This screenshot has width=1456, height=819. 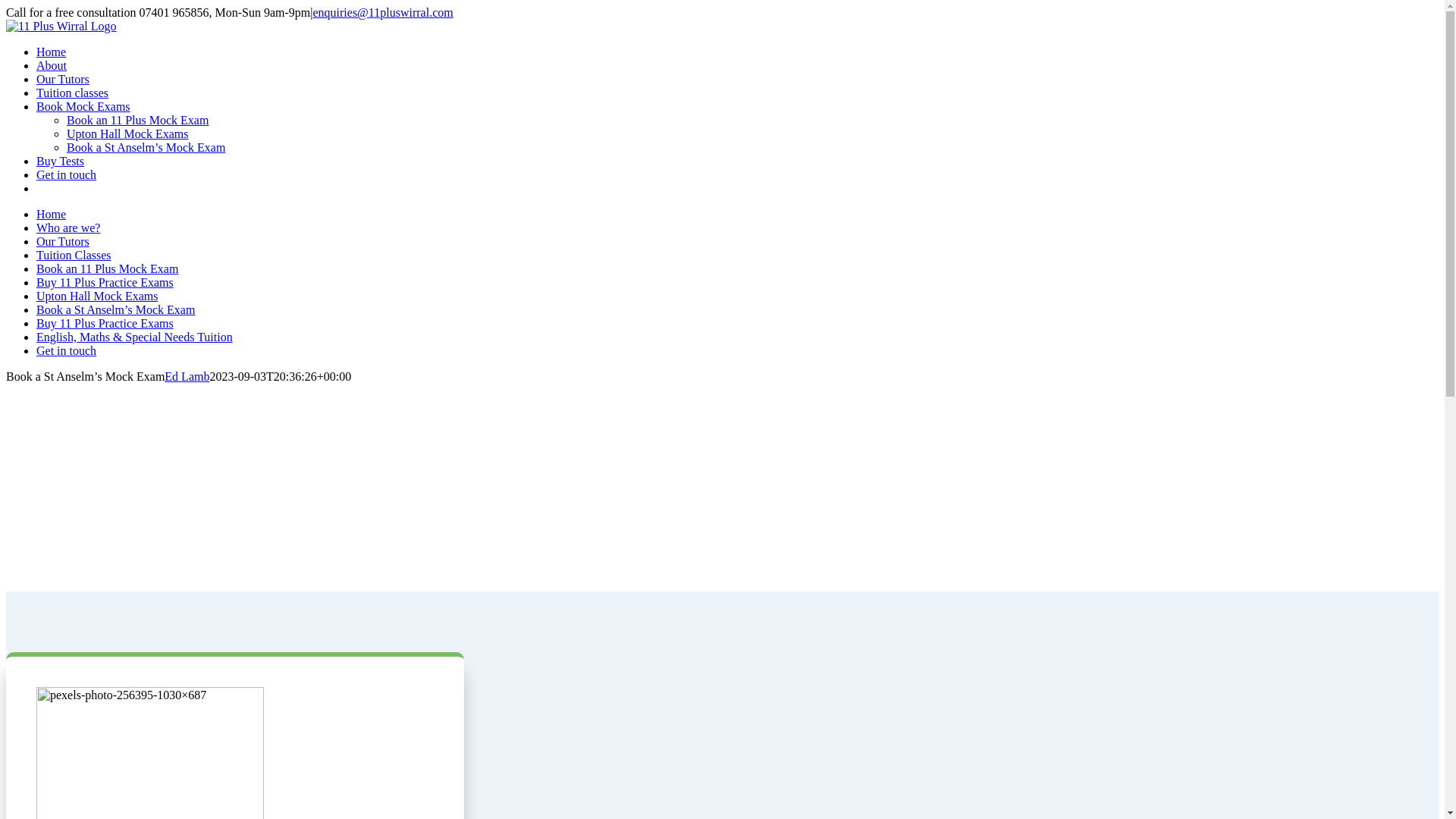 I want to click on 'Book an 11 Plus Mock Exam', so click(x=106, y=268).